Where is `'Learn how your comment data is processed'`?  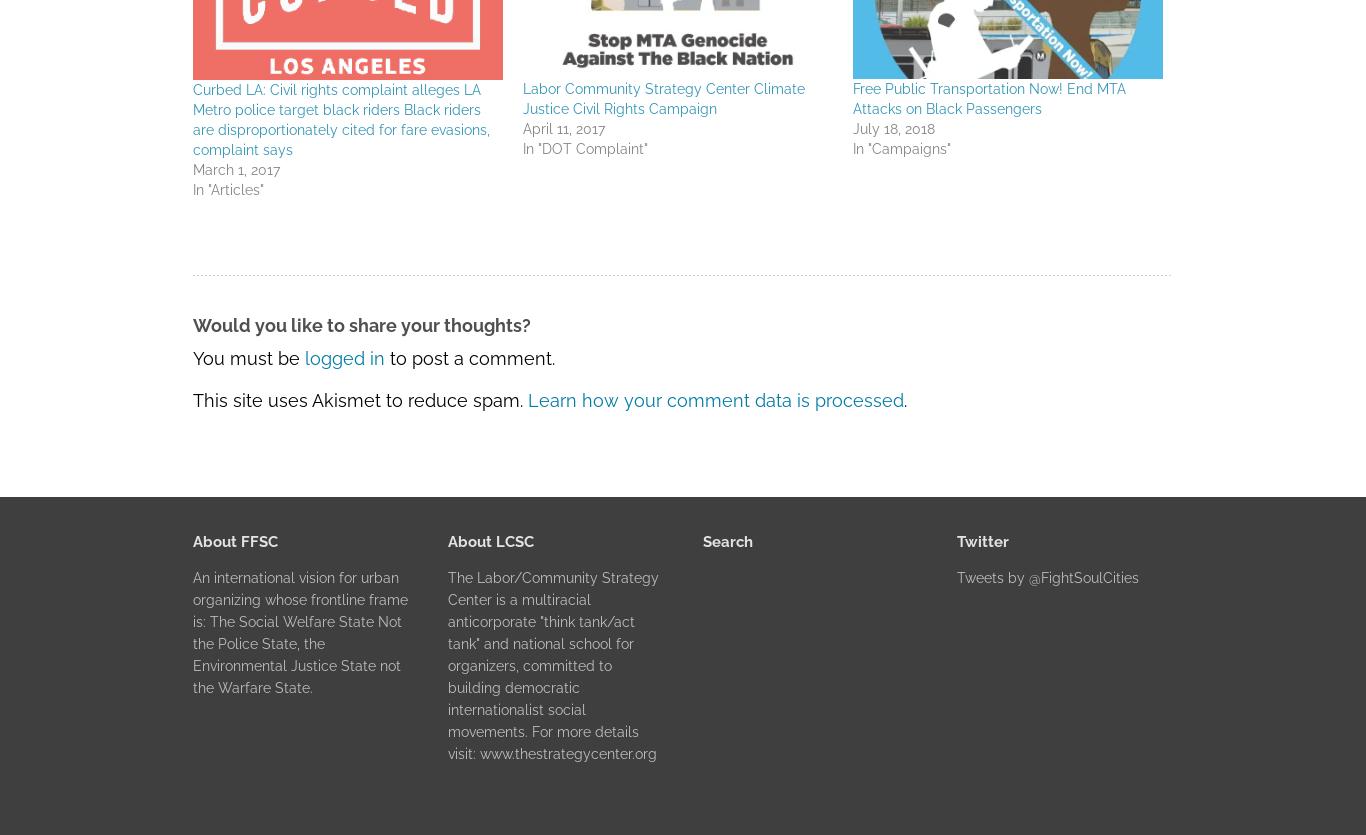
'Learn how your comment data is processed' is located at coordinates (716, 399).